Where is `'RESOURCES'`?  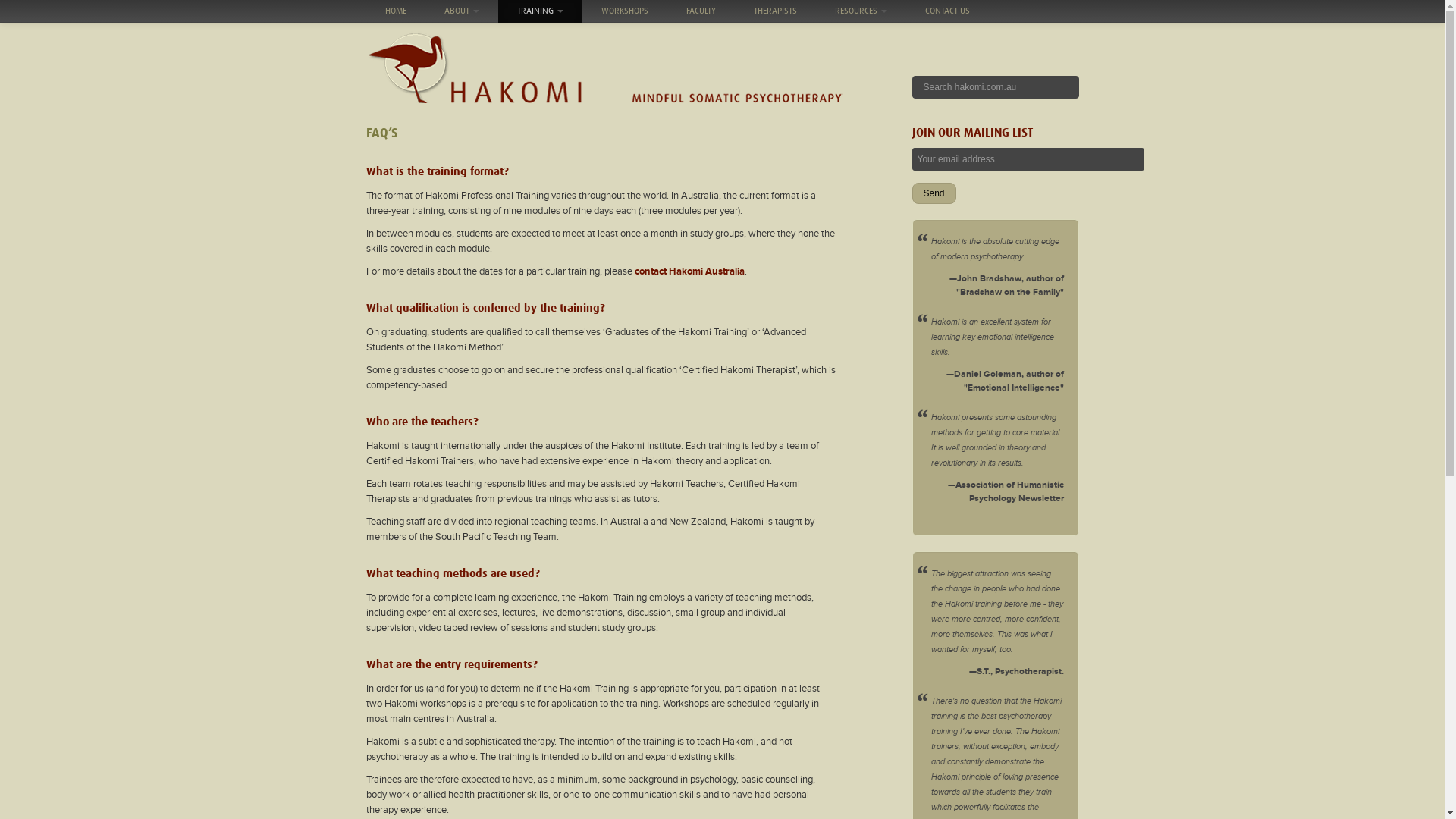
'RESOURCES' is located at coordinates (861, 11).